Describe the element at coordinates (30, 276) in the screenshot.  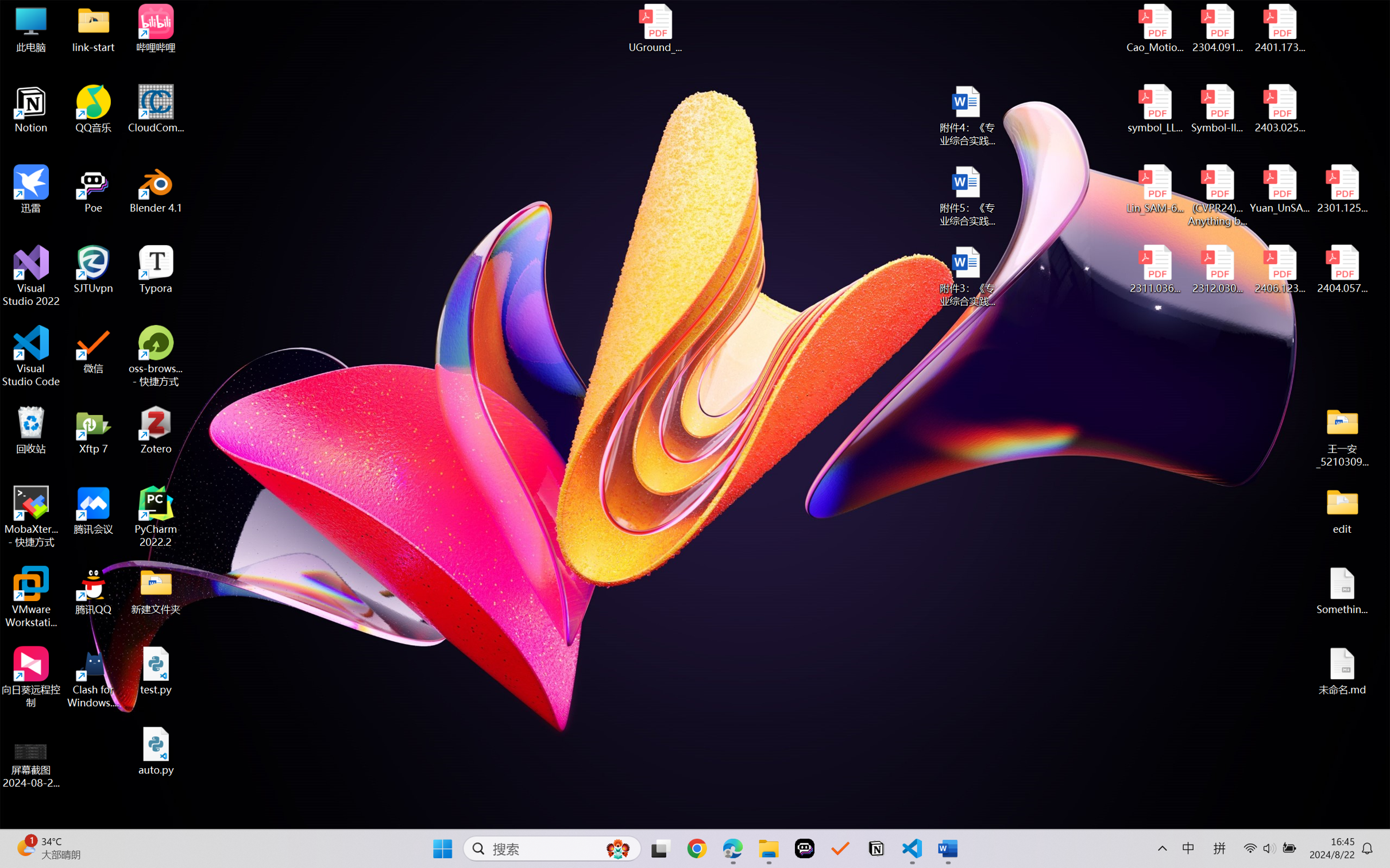
I see `'Visual Studio 2022'` at that location.